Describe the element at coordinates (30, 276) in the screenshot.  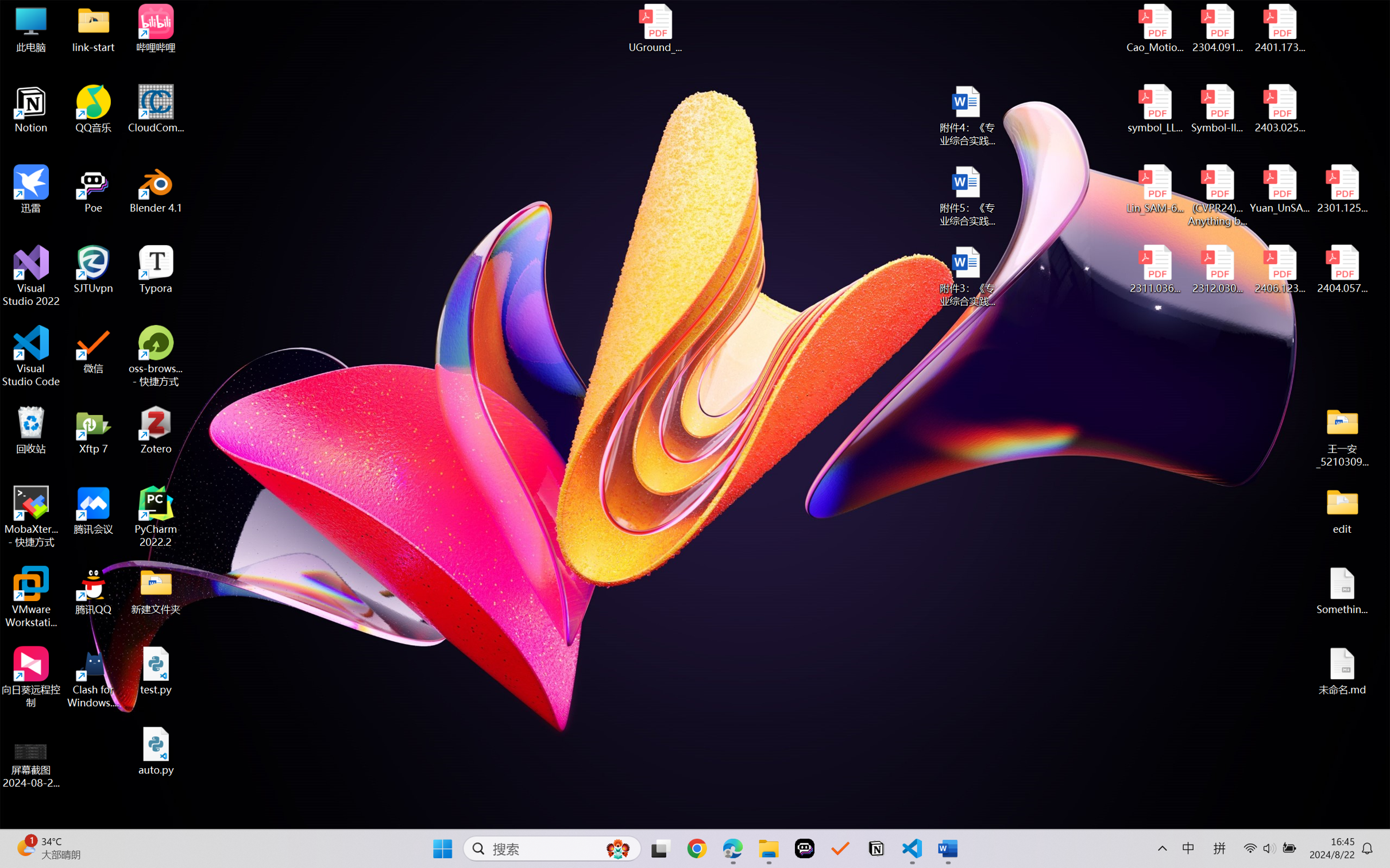
I see `'Visual Studio 2022'` at that location.